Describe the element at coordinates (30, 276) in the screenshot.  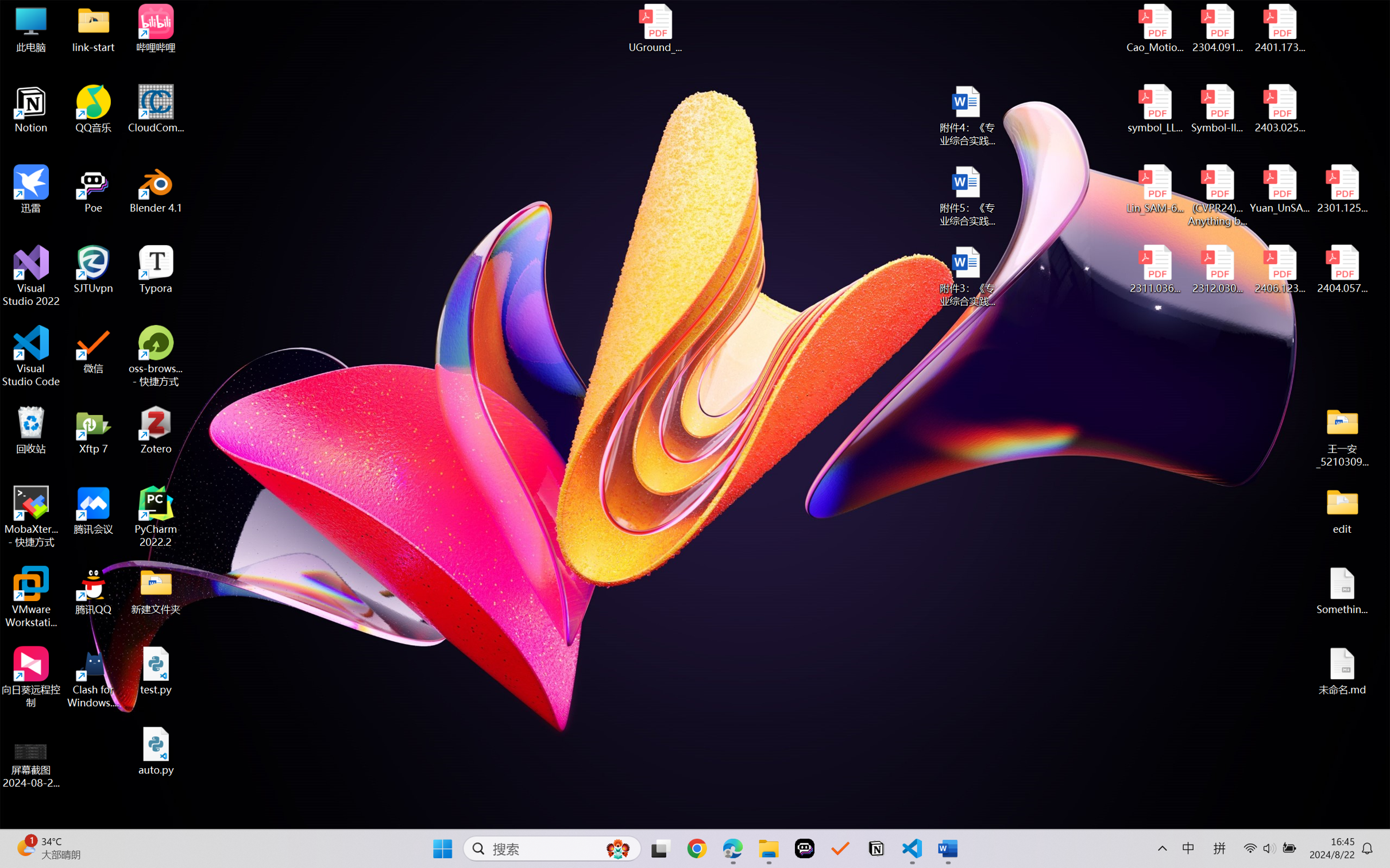
I see `'Visual Studio 2022'` at that location.